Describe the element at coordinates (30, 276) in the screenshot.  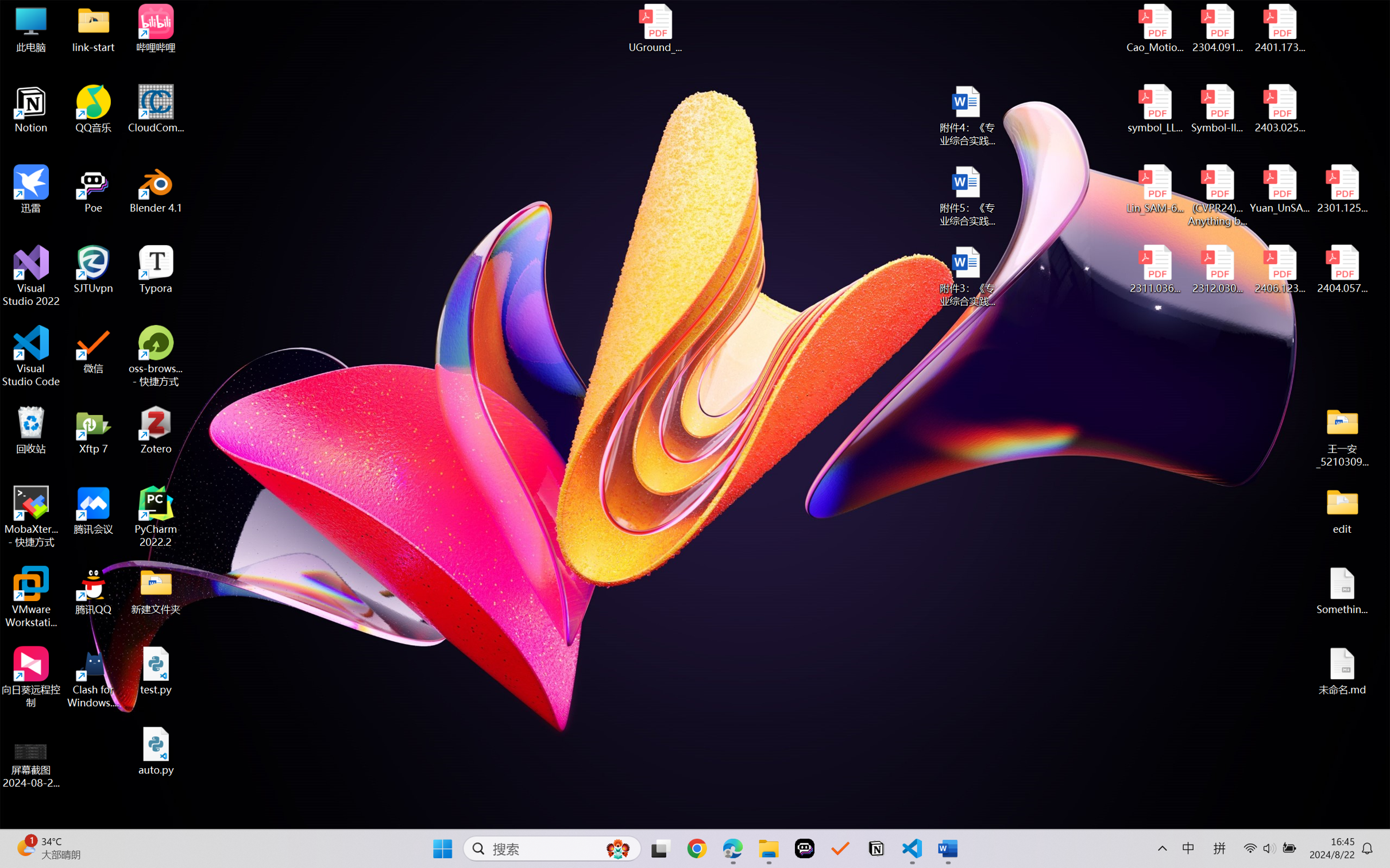
I see `'Visual Studio 2022'` at that location.